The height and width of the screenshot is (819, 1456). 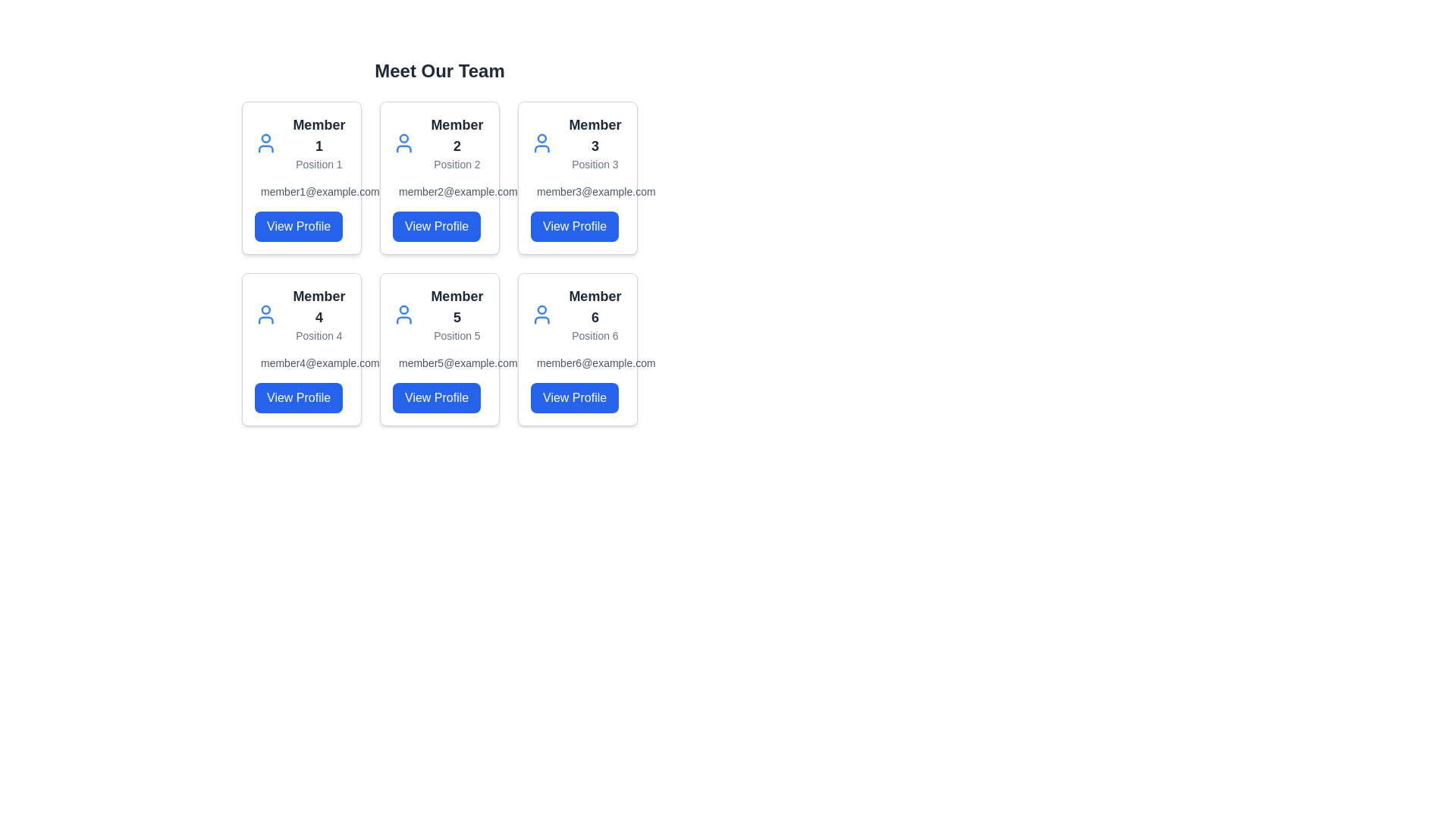 What do you see at coordinates (401, 363) in the screenshot?
I see `the envelope icon, which is a vector-based graphical element styled with strokes, located in the card for Member 5, to the left of the member's name and email details` at bounding box center [401, 363].